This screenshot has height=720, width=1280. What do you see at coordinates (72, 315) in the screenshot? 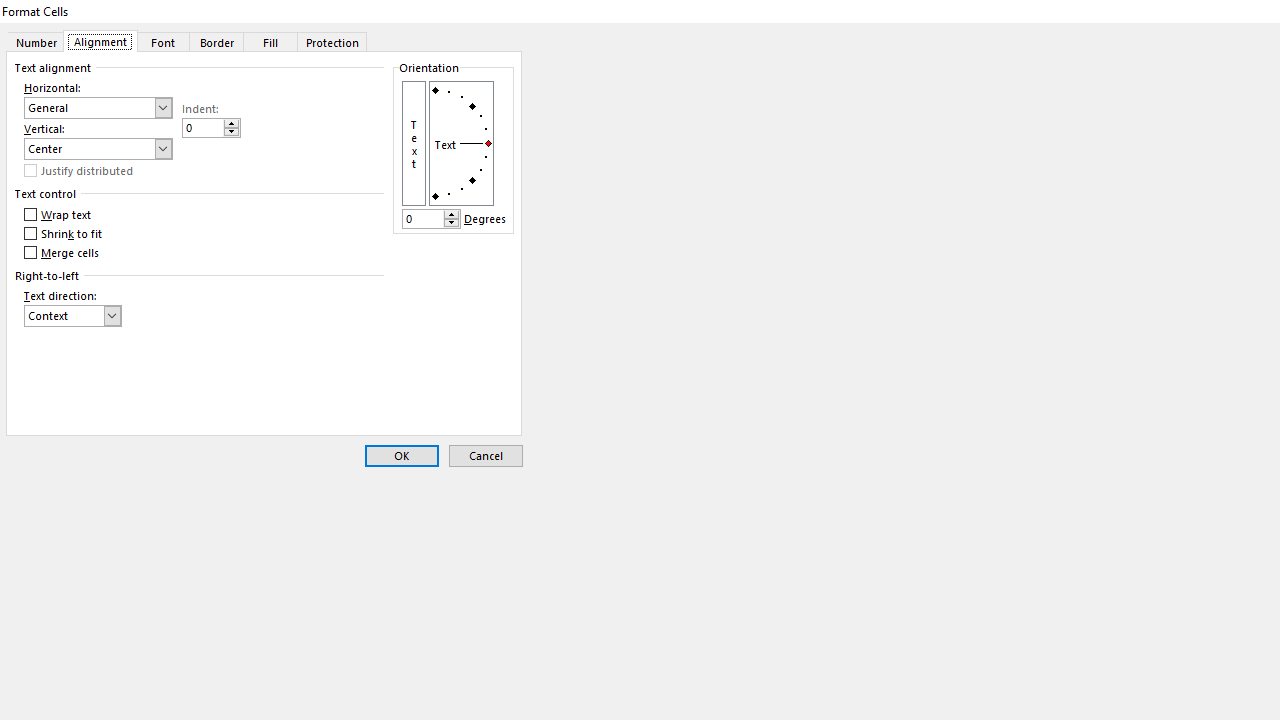
I see `'Text direction:'` at bounding box center [72, 315].